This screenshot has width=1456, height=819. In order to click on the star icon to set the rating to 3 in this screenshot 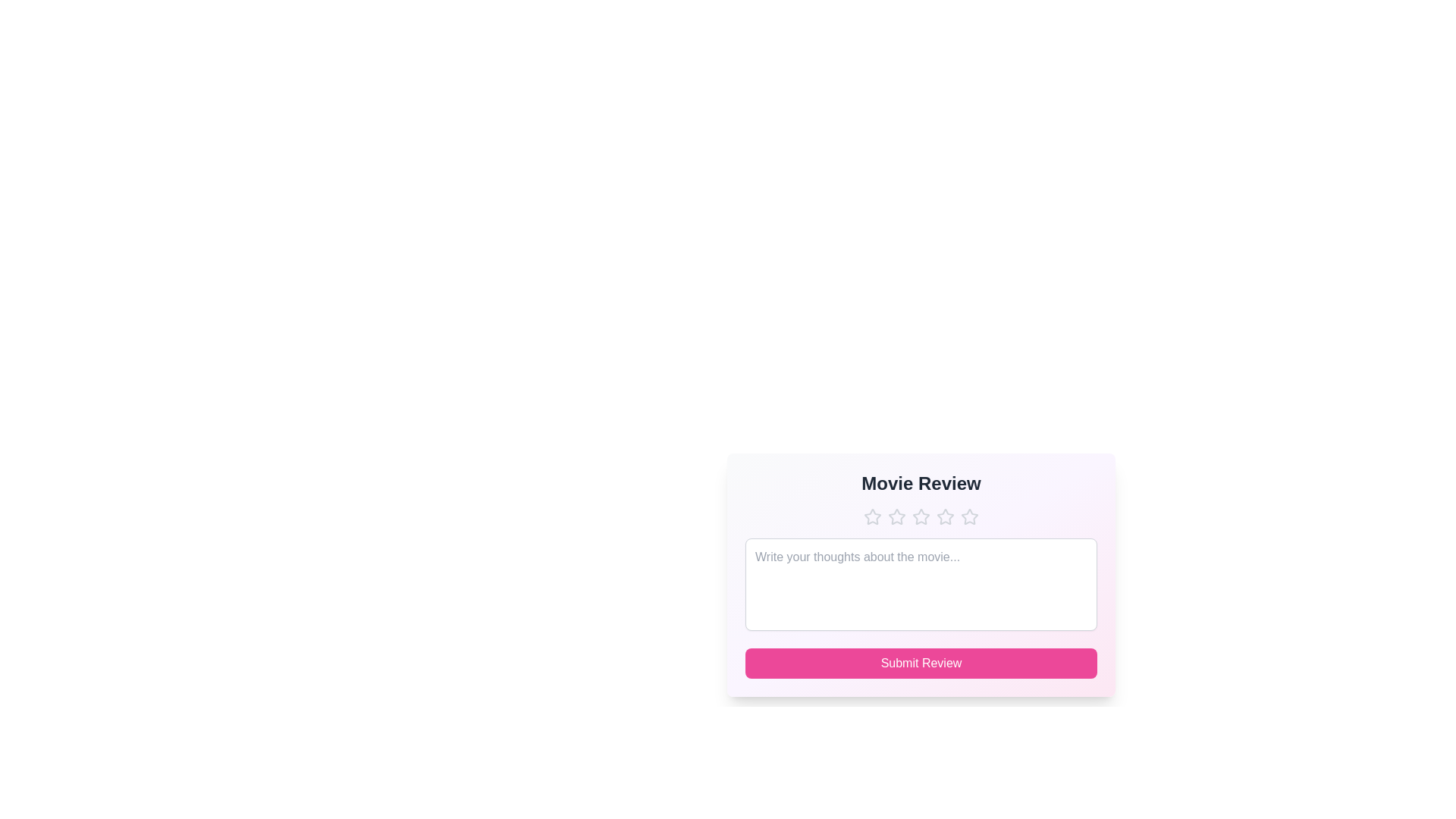, I will do `click(920, 516)`.